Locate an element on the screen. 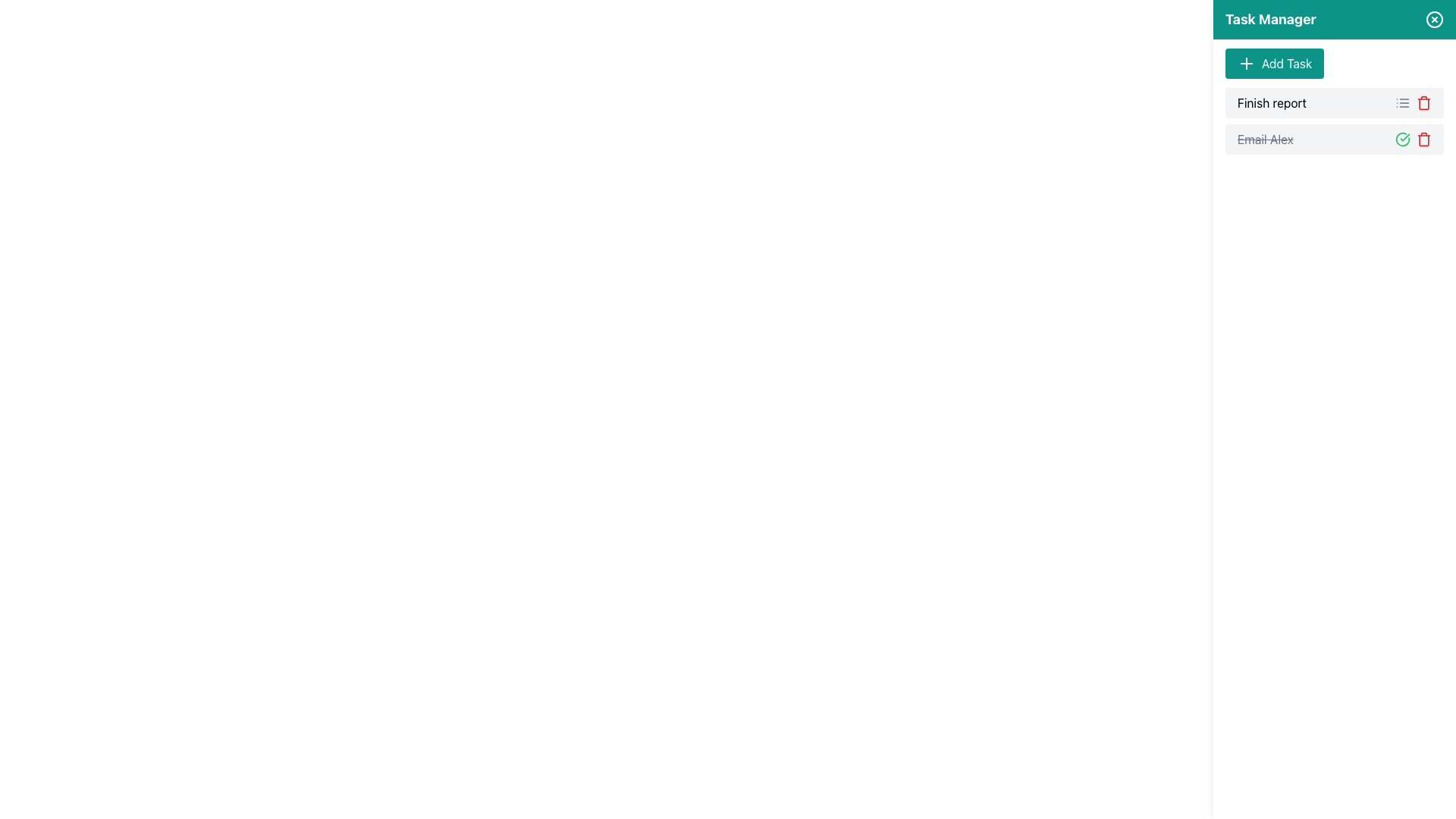 The width and height of the screenshot is (1456, 819). the middle vertical line of the trash can icon, which represents the body section of the trash can in the SVG structure, indicating a delete action is located at coordinates (1423, 140).